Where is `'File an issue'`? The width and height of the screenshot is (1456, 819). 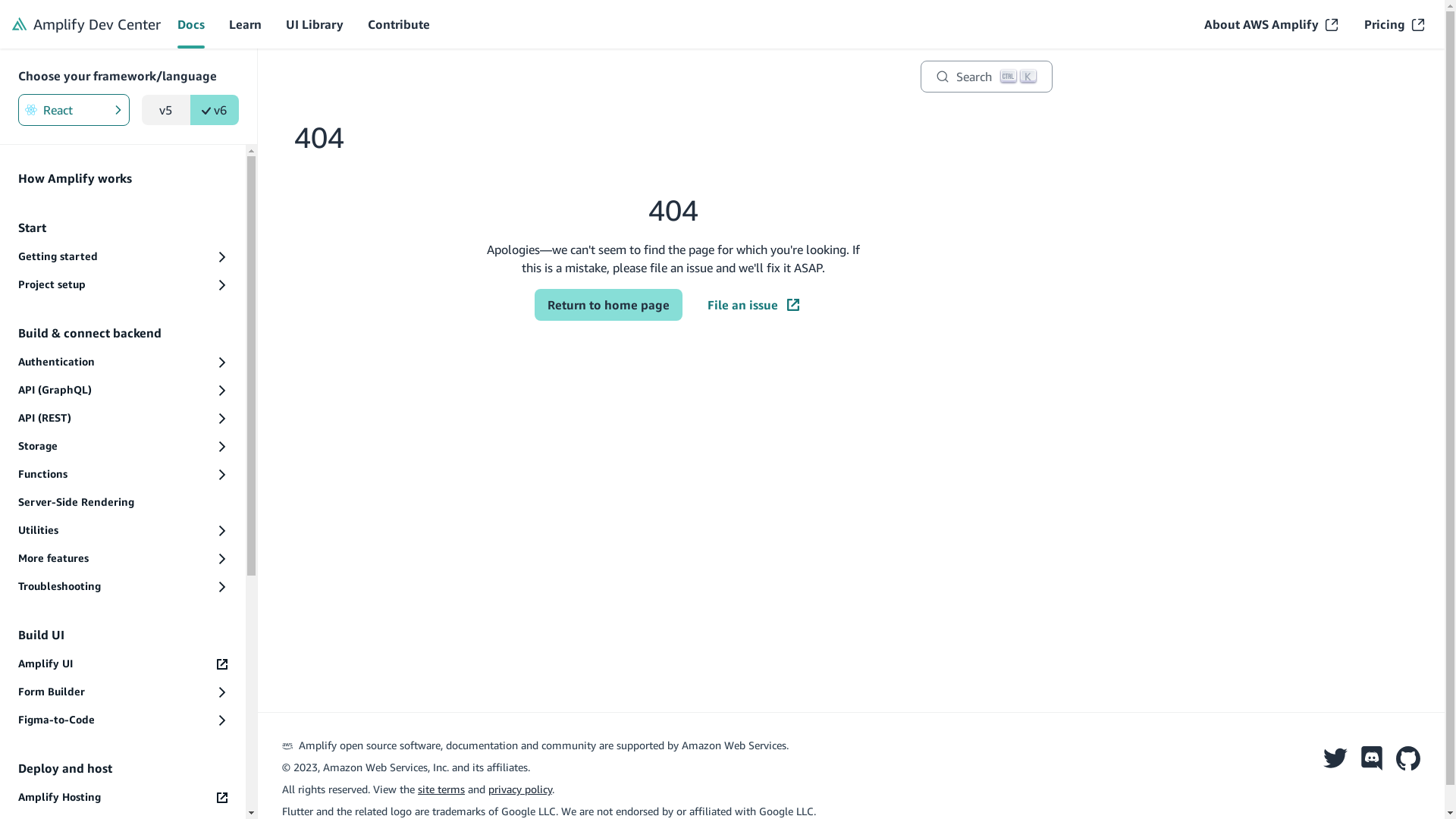
'File an issue' is located at coordinates (753, 304).